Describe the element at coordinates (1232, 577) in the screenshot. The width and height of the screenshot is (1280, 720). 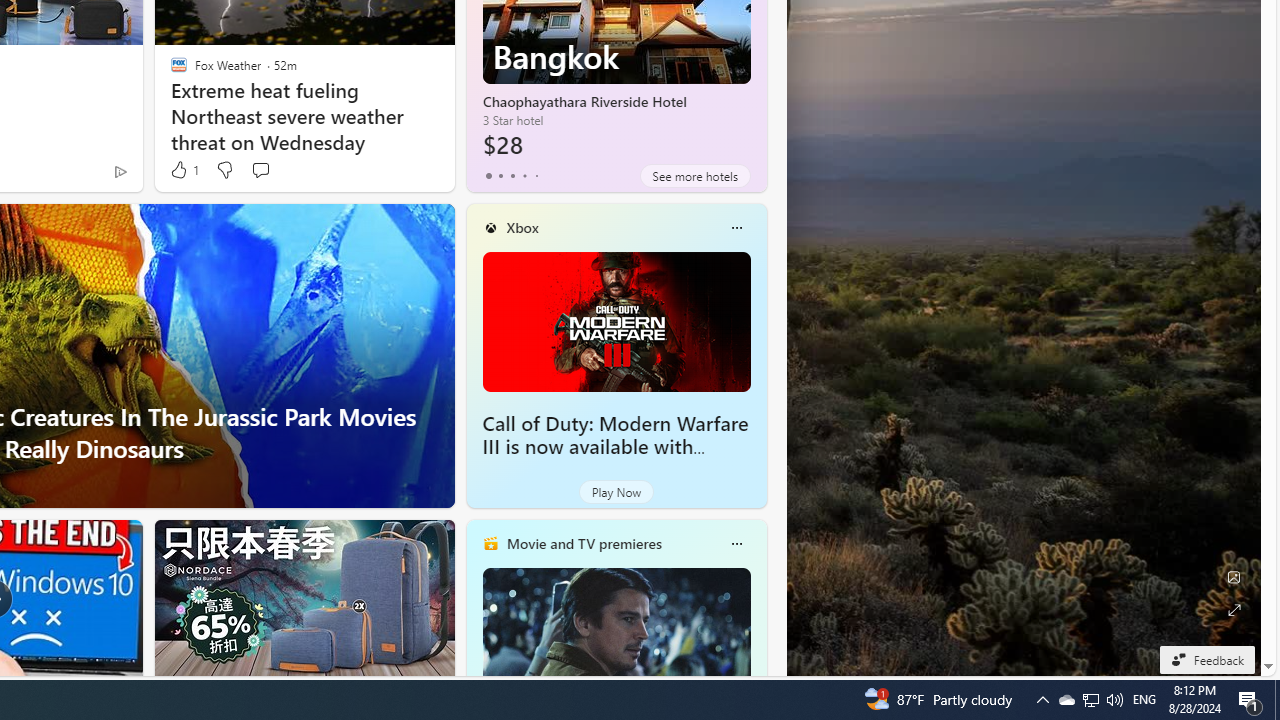
I see `'Edit Background'` at that location.